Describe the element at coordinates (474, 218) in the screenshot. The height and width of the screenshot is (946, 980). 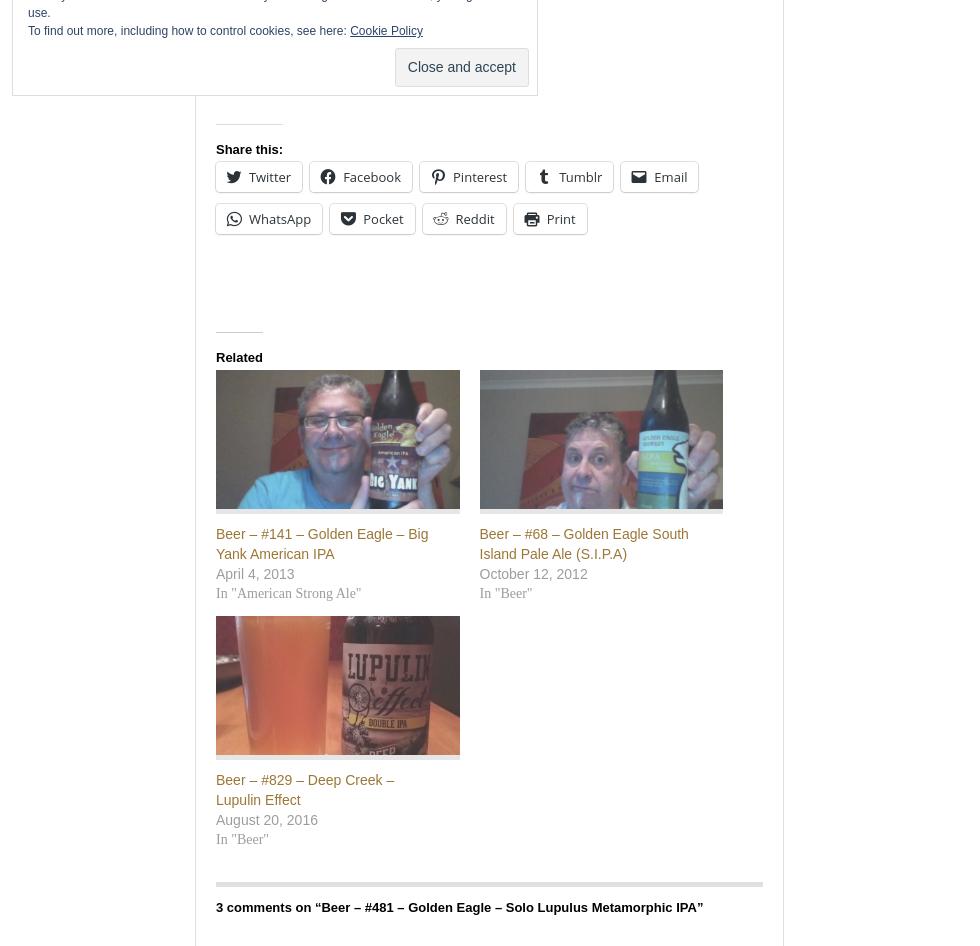
I see `'Reddit'` at that location.